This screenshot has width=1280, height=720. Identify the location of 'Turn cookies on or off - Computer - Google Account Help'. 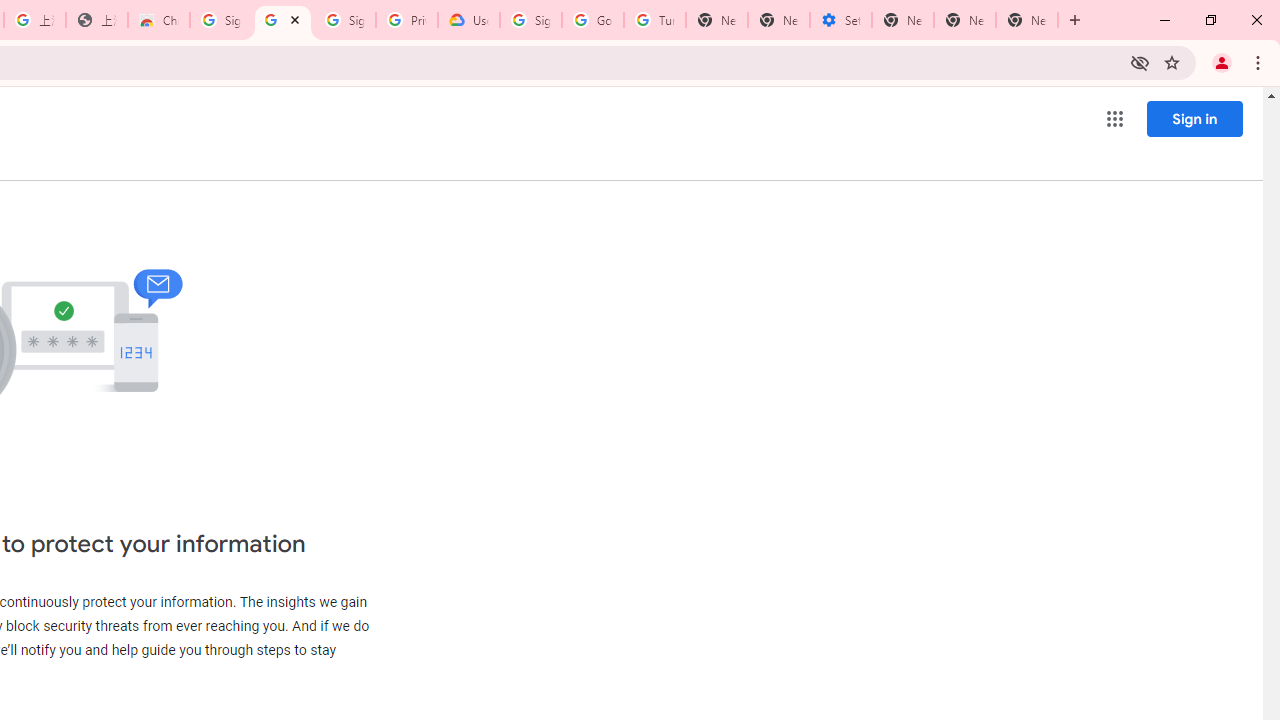
(654, 20).